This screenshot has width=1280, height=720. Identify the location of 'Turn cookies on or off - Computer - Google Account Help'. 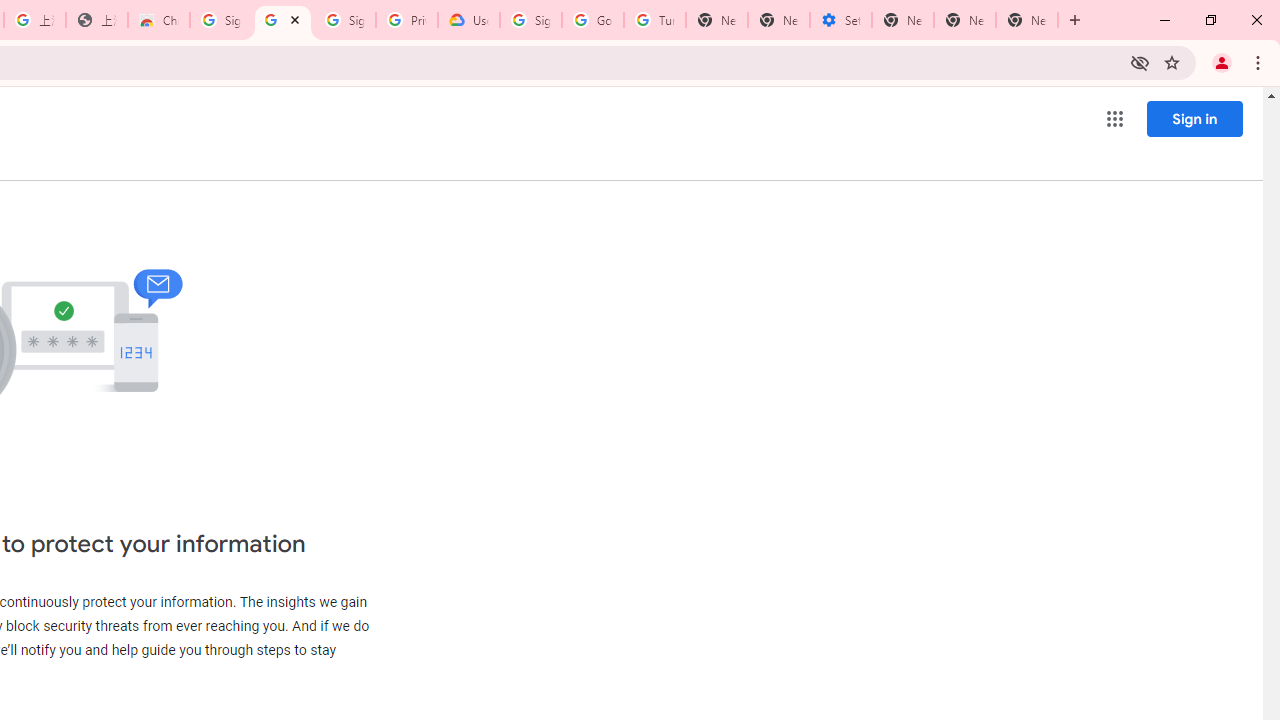
(654, 20).